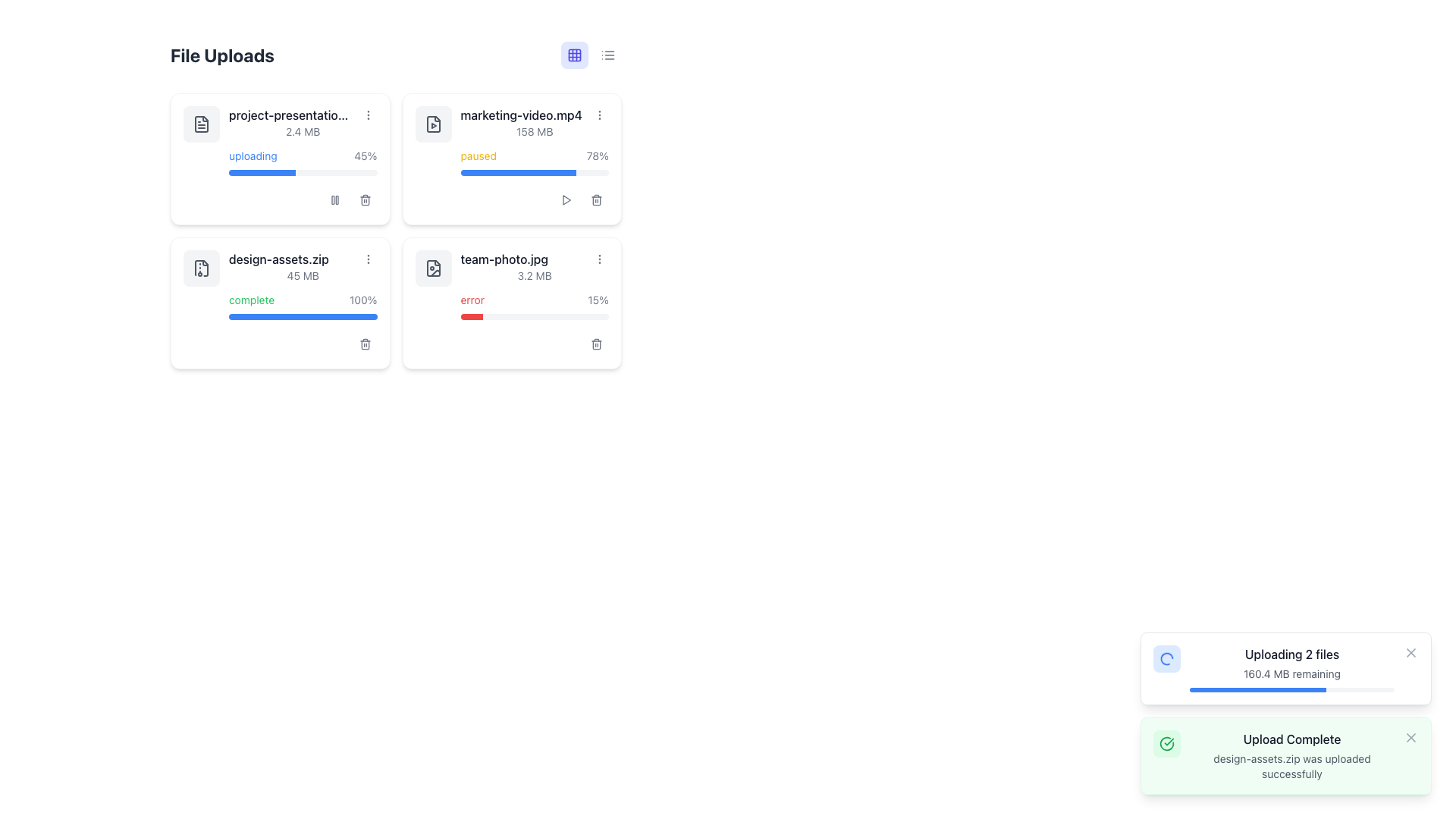 Image resolution: width=1456 pixels, height=819 pixels. Describe the element at coordinates (1291, 766) in the screenshot. I see `message displayed in the text label that confirms the successful upload of 'design-assets.zip'` at that location.